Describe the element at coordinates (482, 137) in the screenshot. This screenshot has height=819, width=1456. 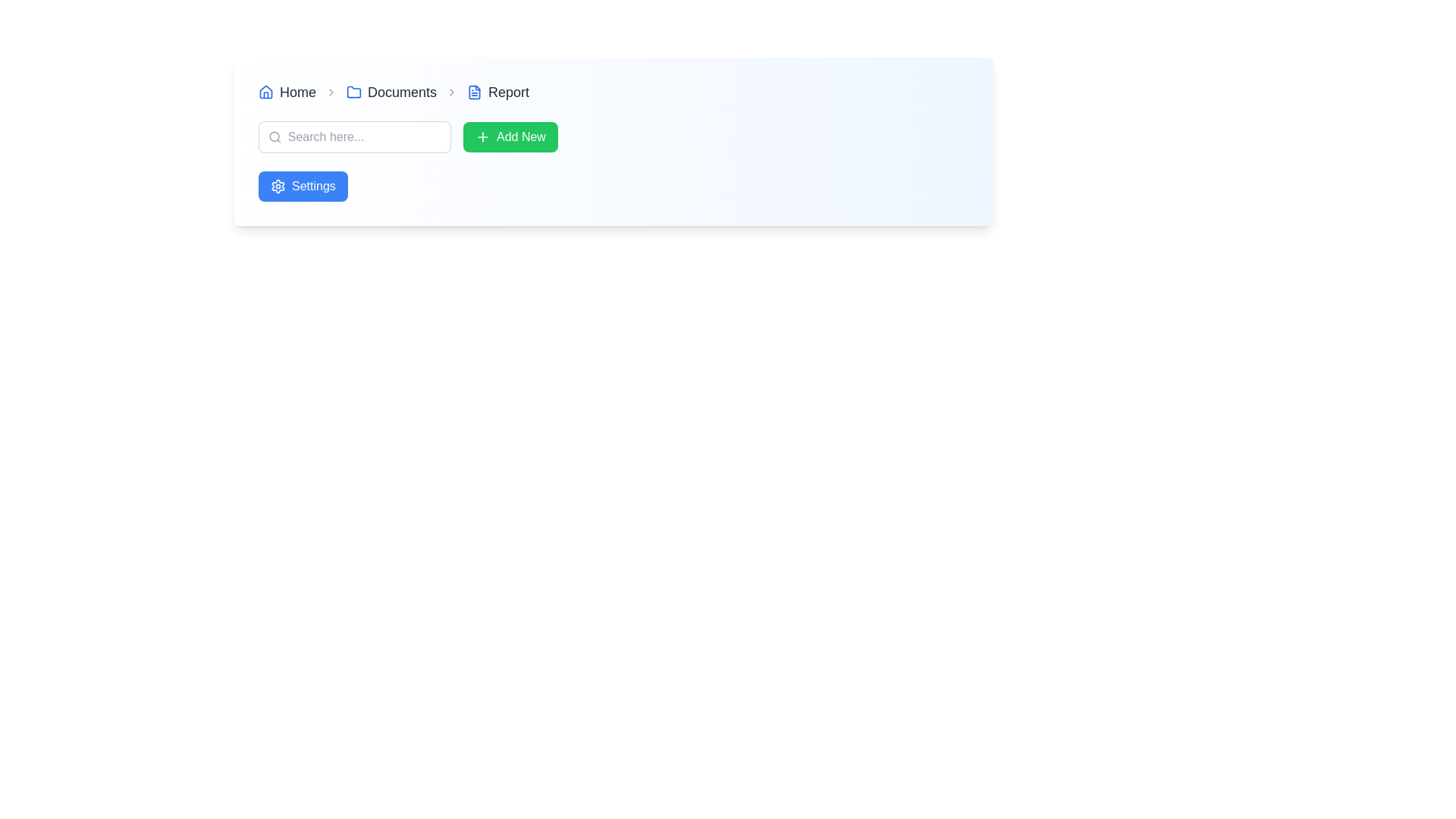
I see `the green square icon with a '+' symbol located within the 'Add New' button` at that location.